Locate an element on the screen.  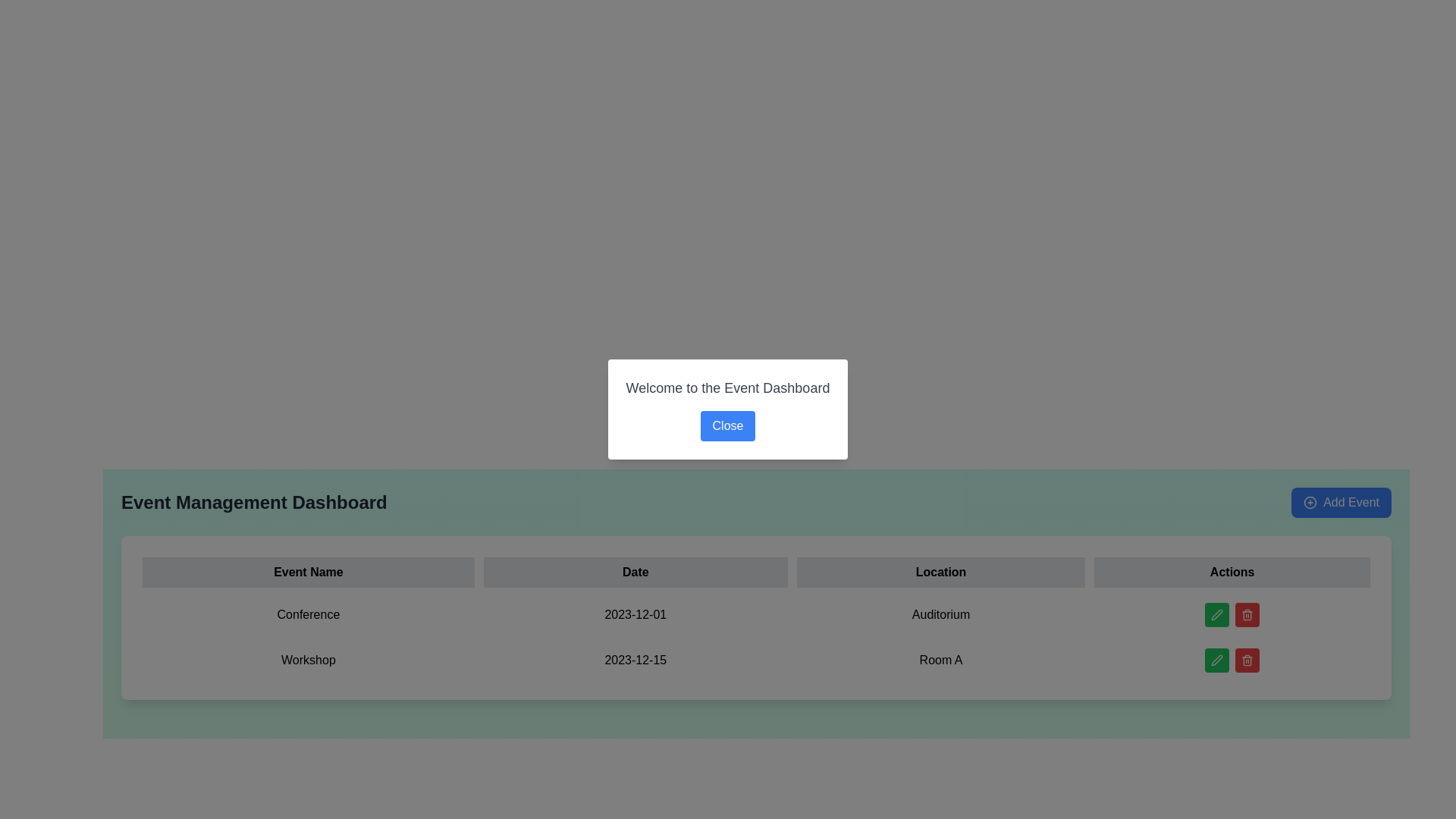
the edit button associated with the first event in the actions column is located at coordinates (1217, 614).